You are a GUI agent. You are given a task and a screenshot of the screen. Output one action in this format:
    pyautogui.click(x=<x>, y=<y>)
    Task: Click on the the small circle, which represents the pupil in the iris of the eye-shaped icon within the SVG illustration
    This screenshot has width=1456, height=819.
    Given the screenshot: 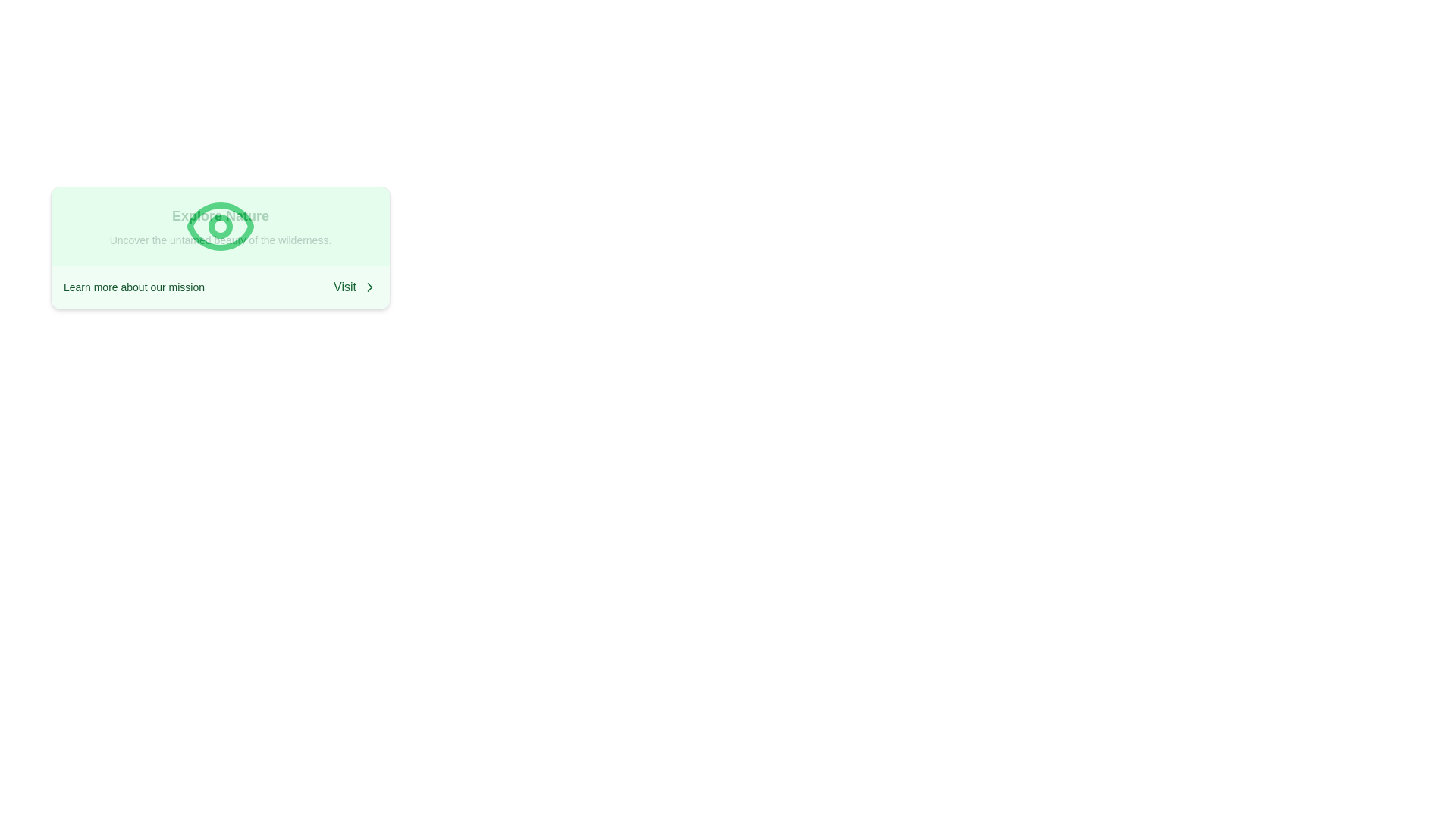 What is the action you would take?
    pyautogui.click(x=220, y=227)
    